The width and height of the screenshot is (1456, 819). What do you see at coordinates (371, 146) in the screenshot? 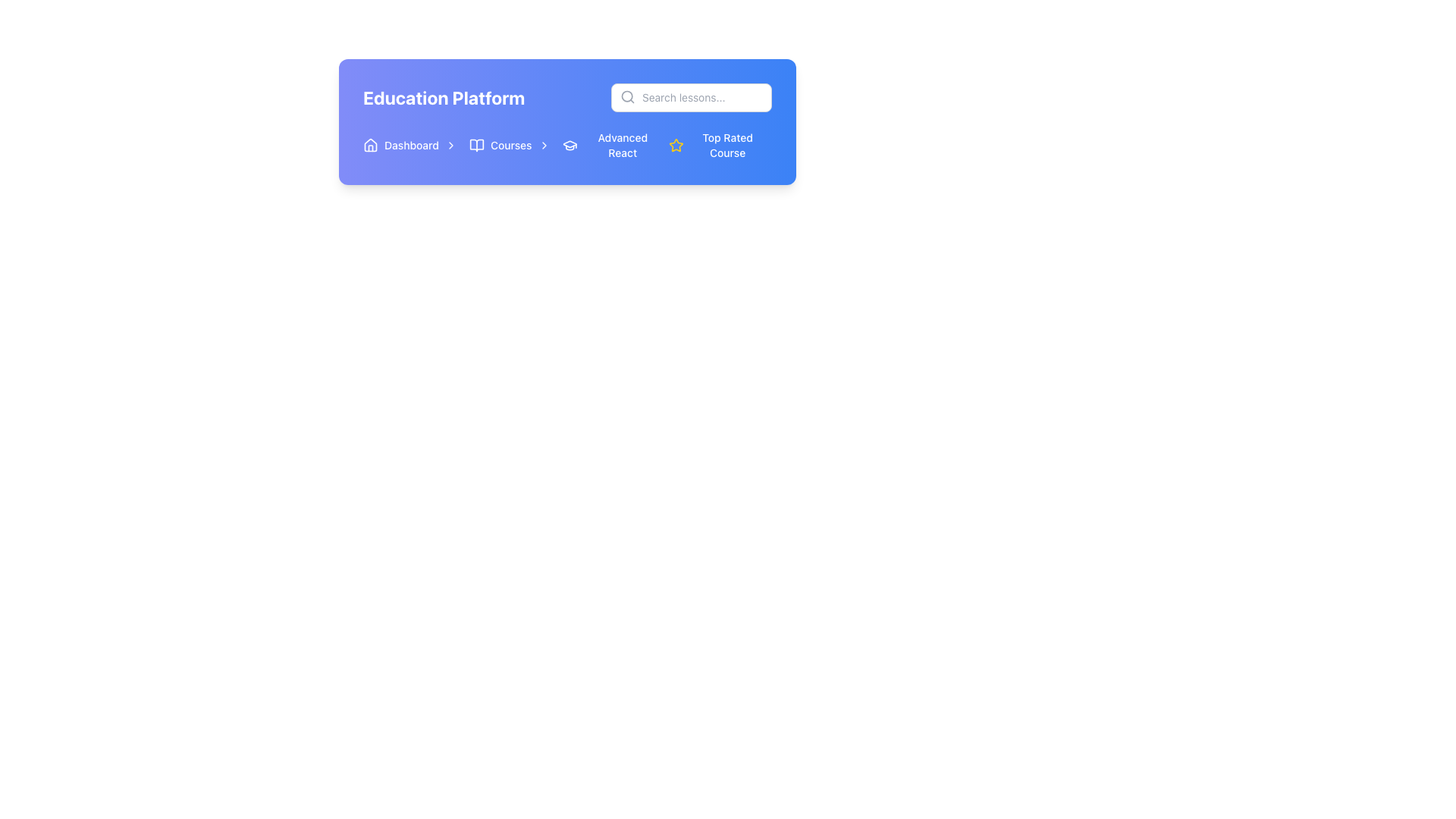
I see `the house icon located at the beginning of the breadcrumb navigation bar` at bounding box center [371, 146].